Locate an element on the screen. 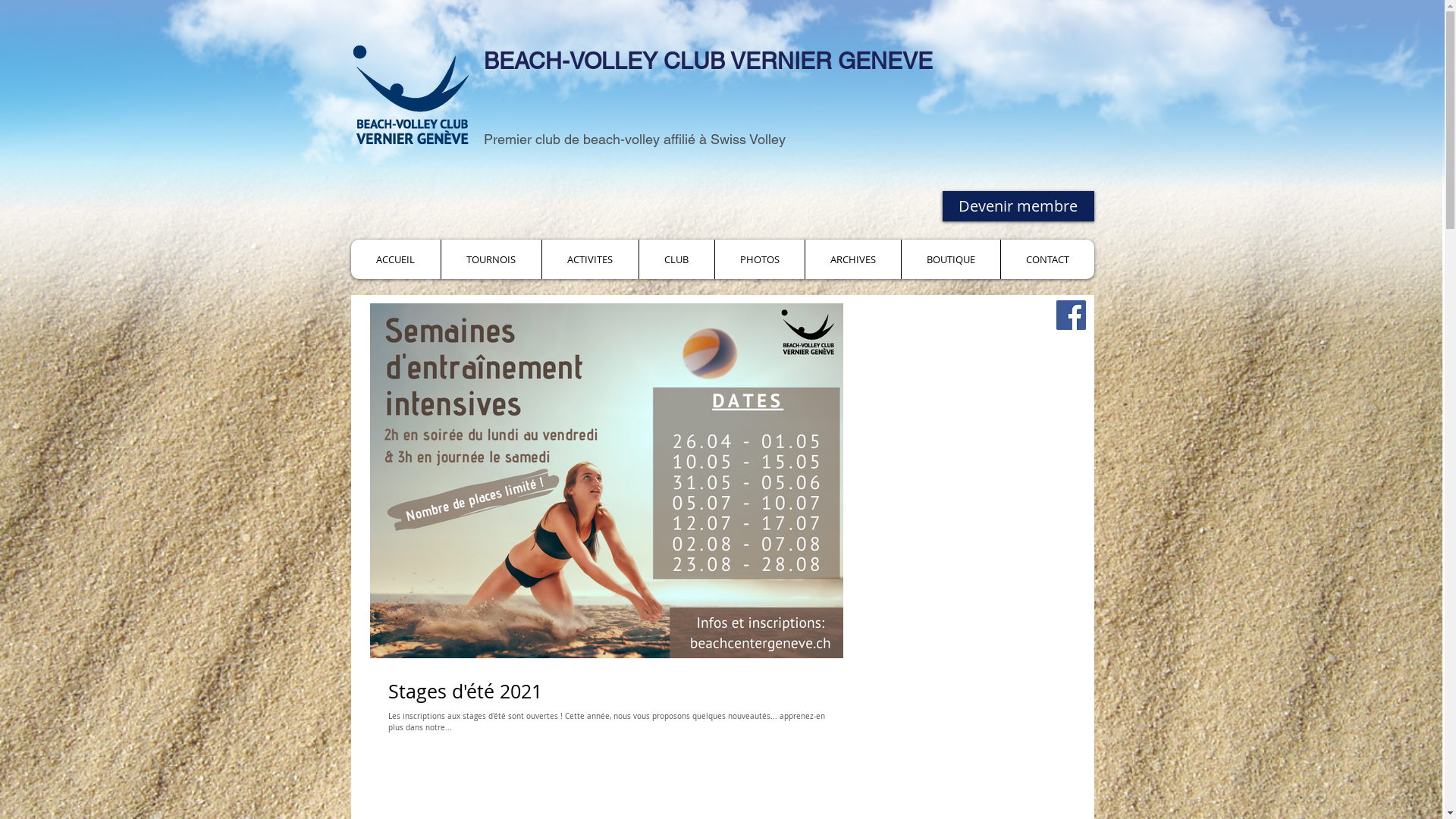  'PHOTOS' is located at coordinates (759, 259).